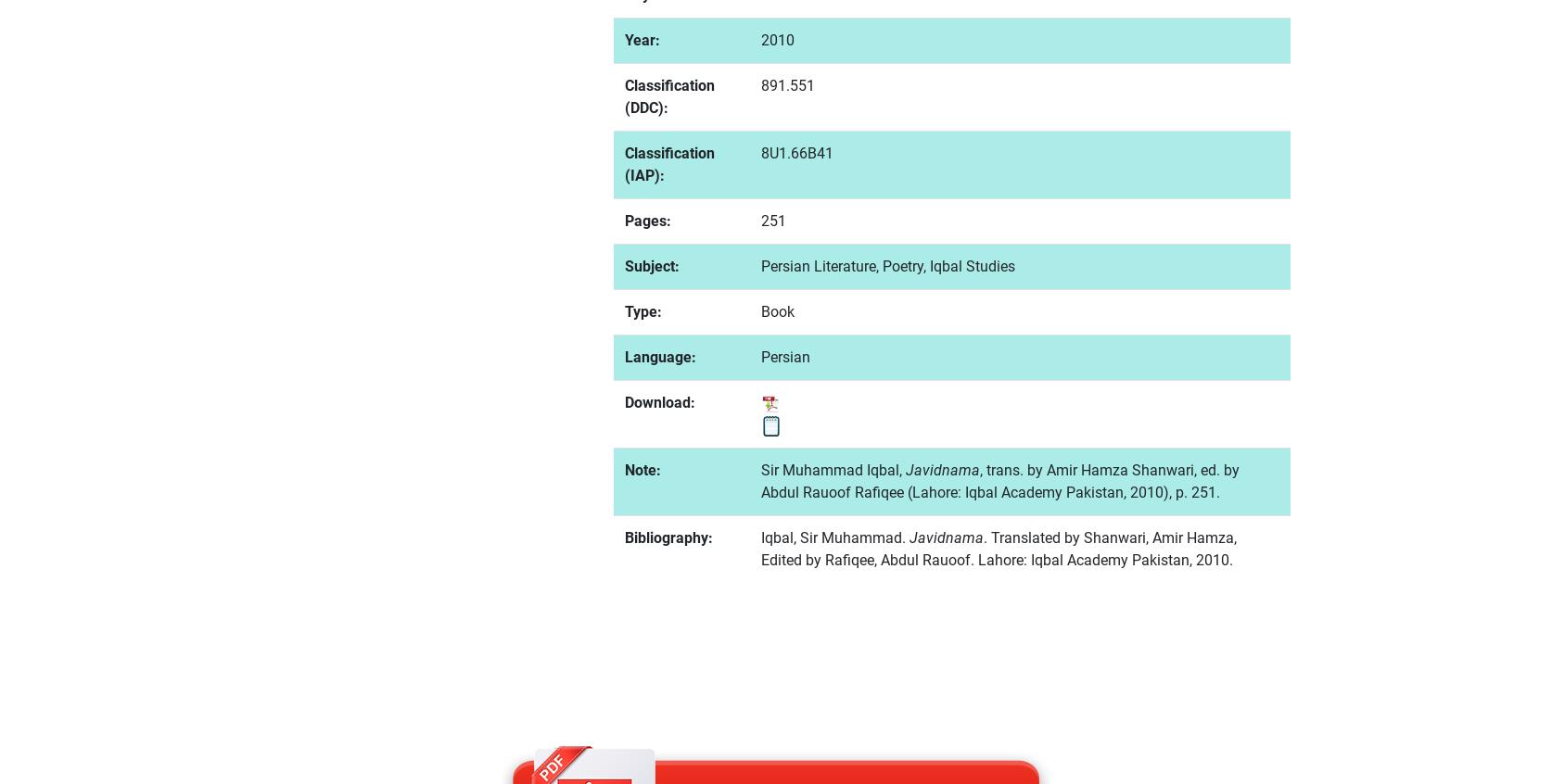 This screenshot has width=1552, height=784. I want to click on 'Year:', so click(624, 38).